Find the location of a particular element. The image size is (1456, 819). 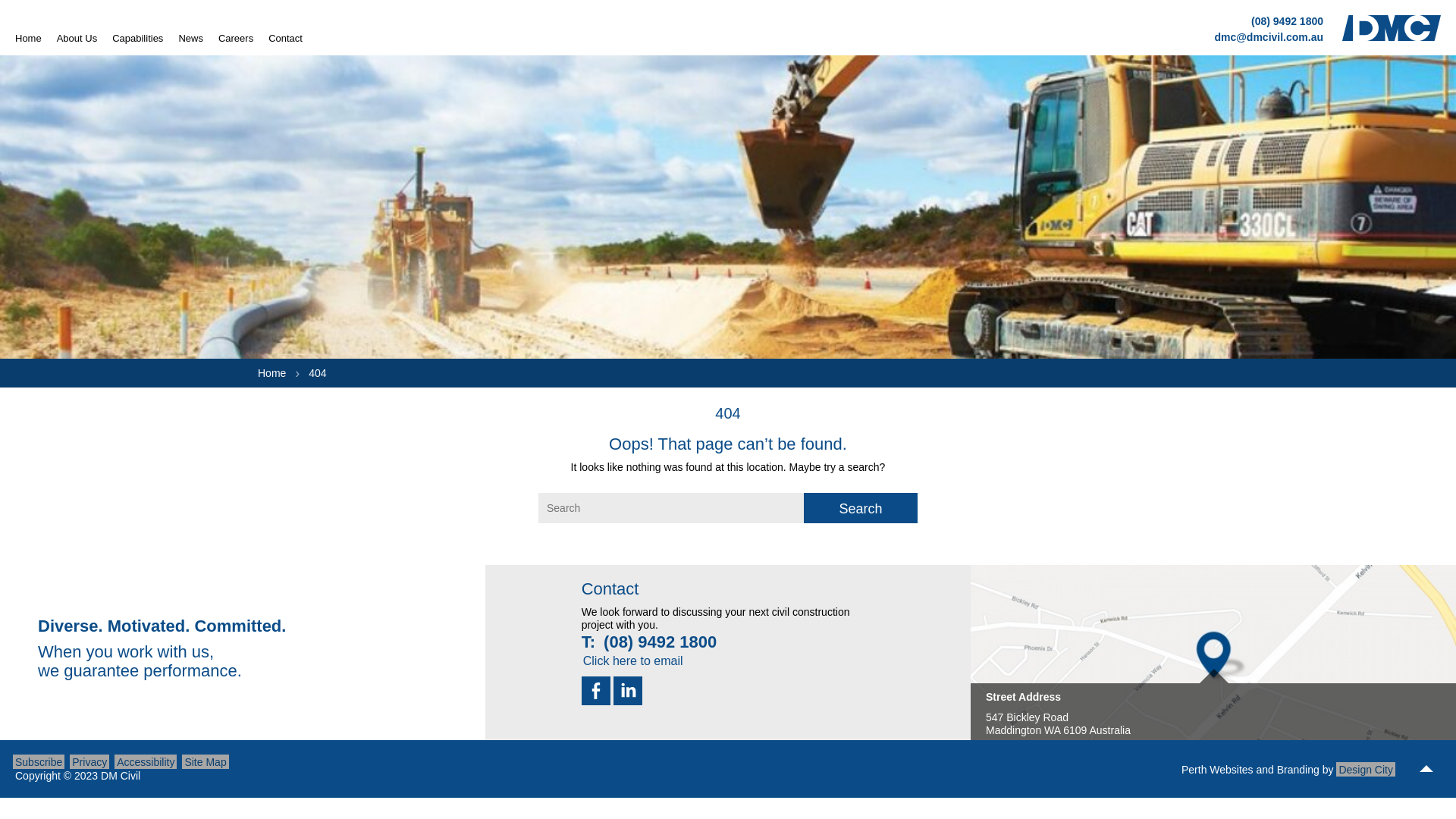

'dmc@dmcivil.com.au' is located at coordinates (1269, 36).